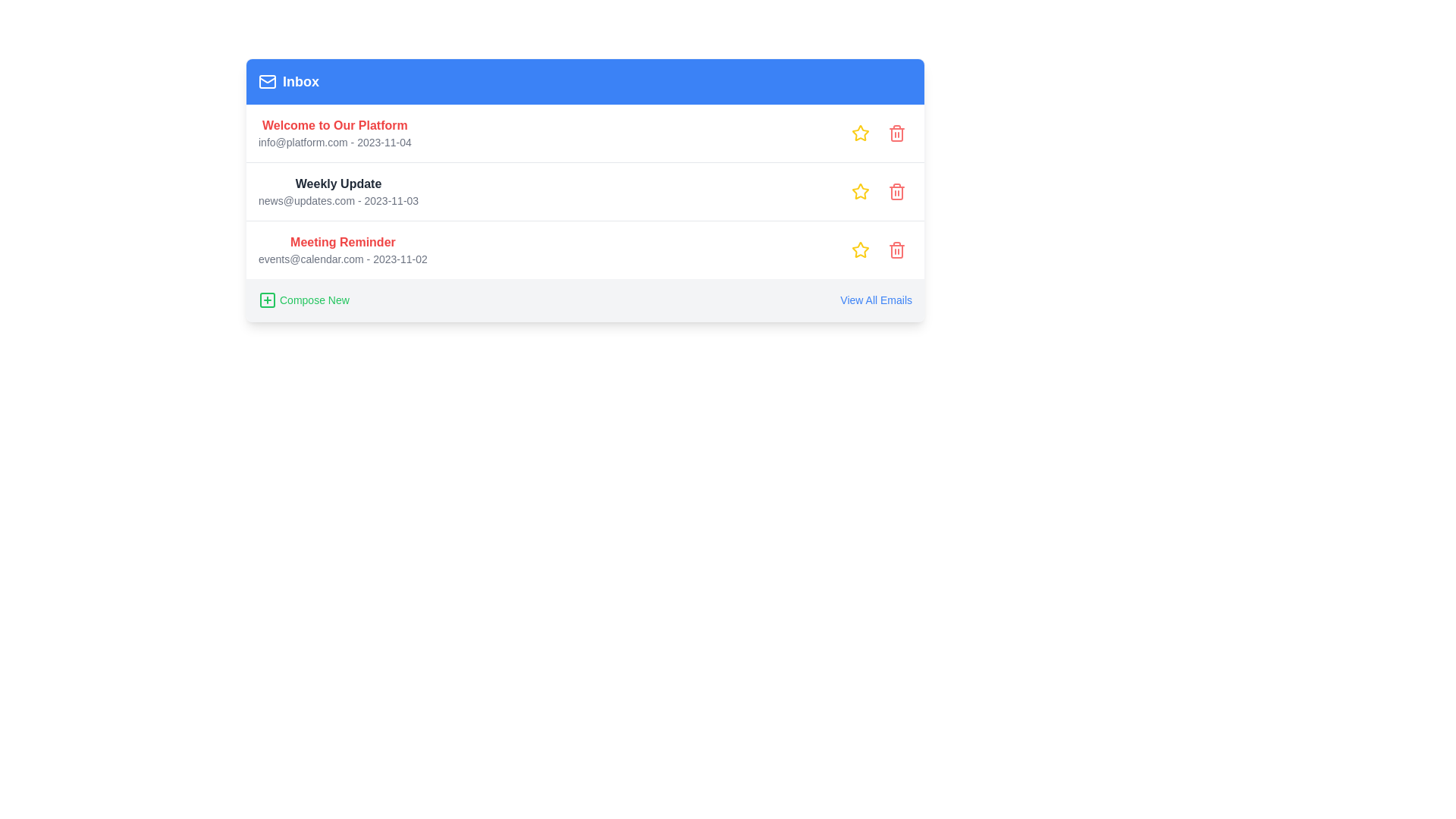 This screenshot has height=819, width=1456. I want to click on the title text label of the first message in the list, which is positioned in the upper-left of the message list interface, above the email address 'info@platform.com', so click(334, 124).